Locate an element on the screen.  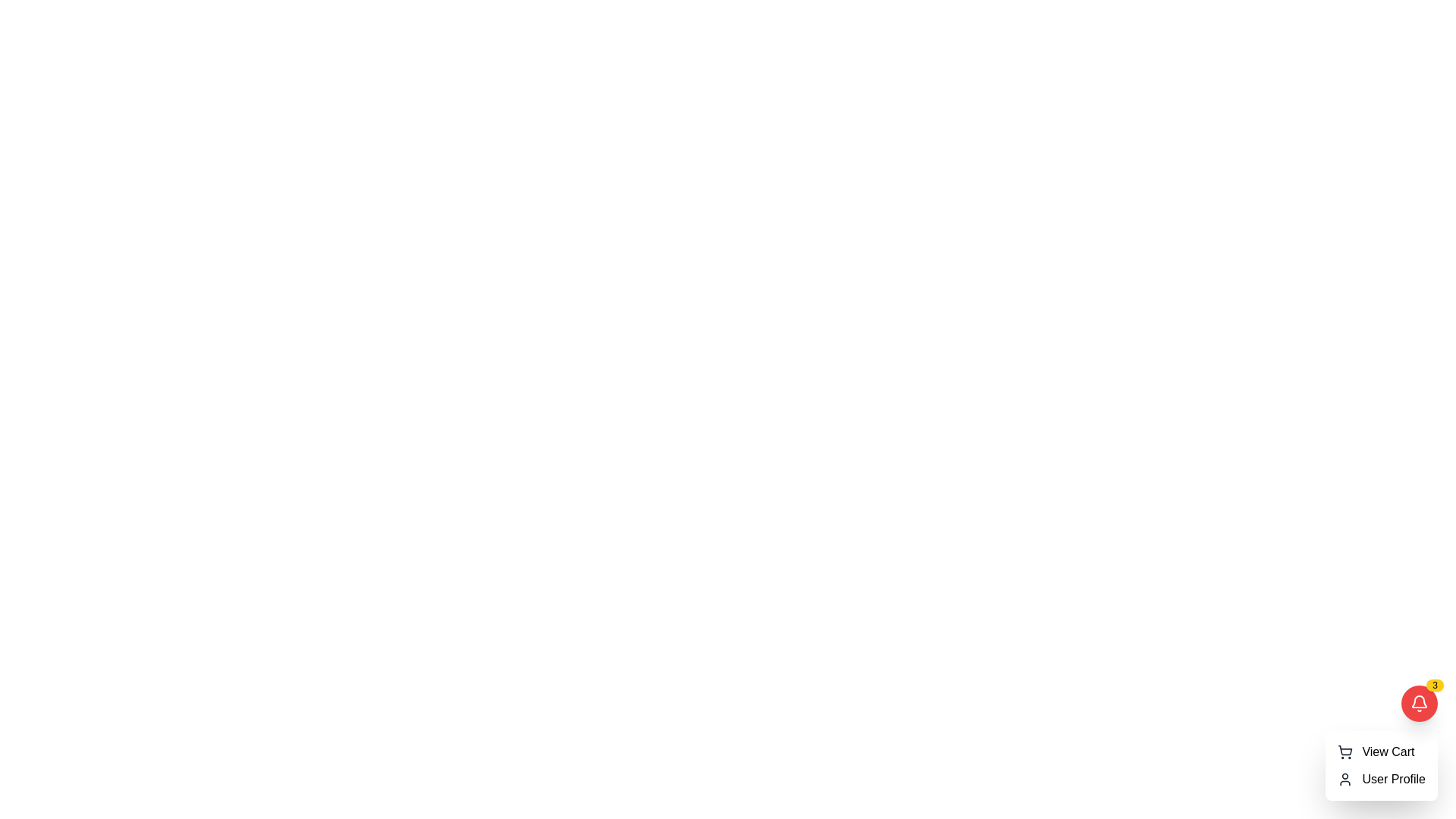
the user icon in the second list item, located below the 'View Cart' entry, within the rounded white card structure is located at coordinates (1382, 780).